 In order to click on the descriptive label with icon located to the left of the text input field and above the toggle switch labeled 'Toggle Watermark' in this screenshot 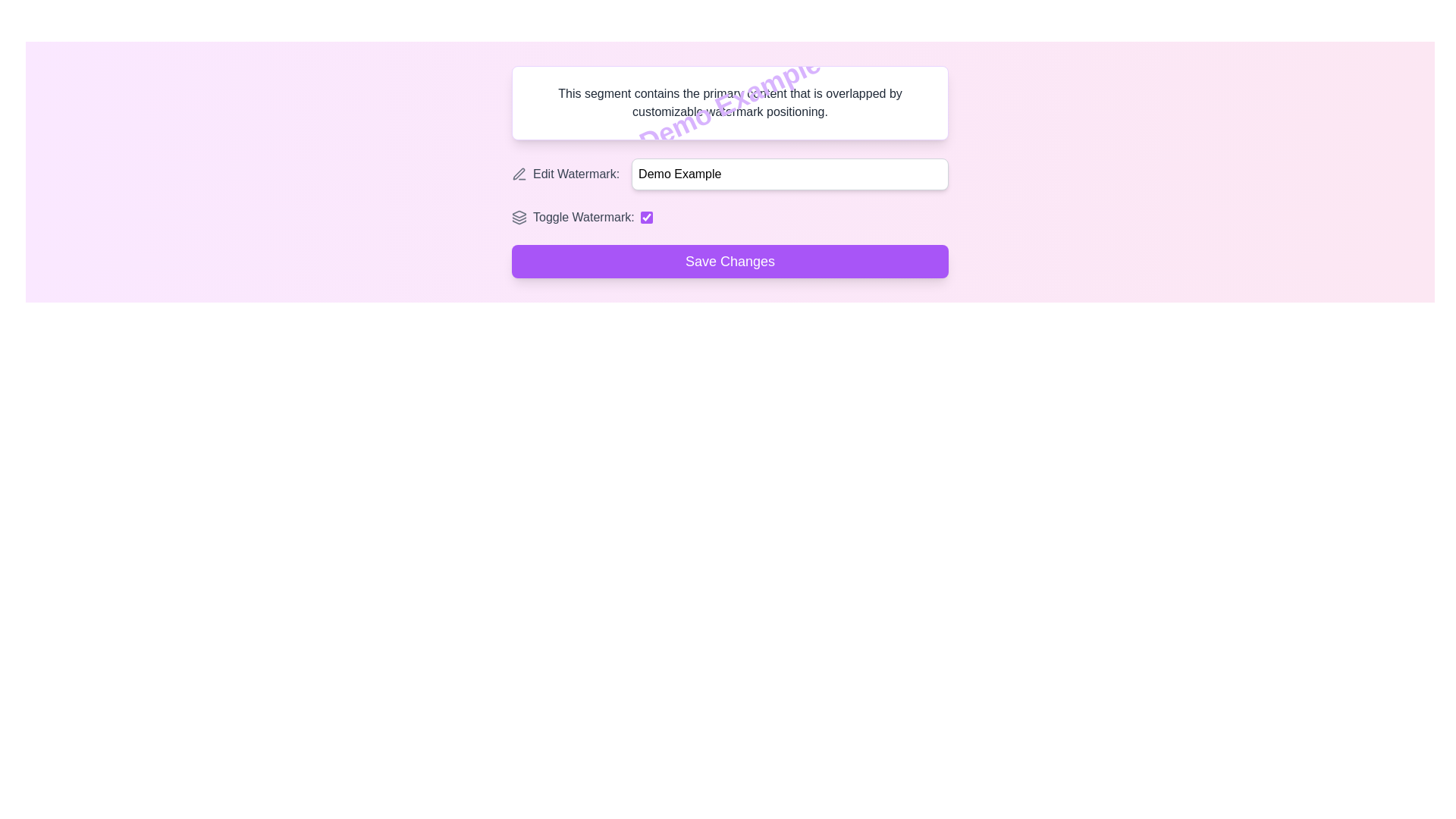, I will do `click(565, 174)`.